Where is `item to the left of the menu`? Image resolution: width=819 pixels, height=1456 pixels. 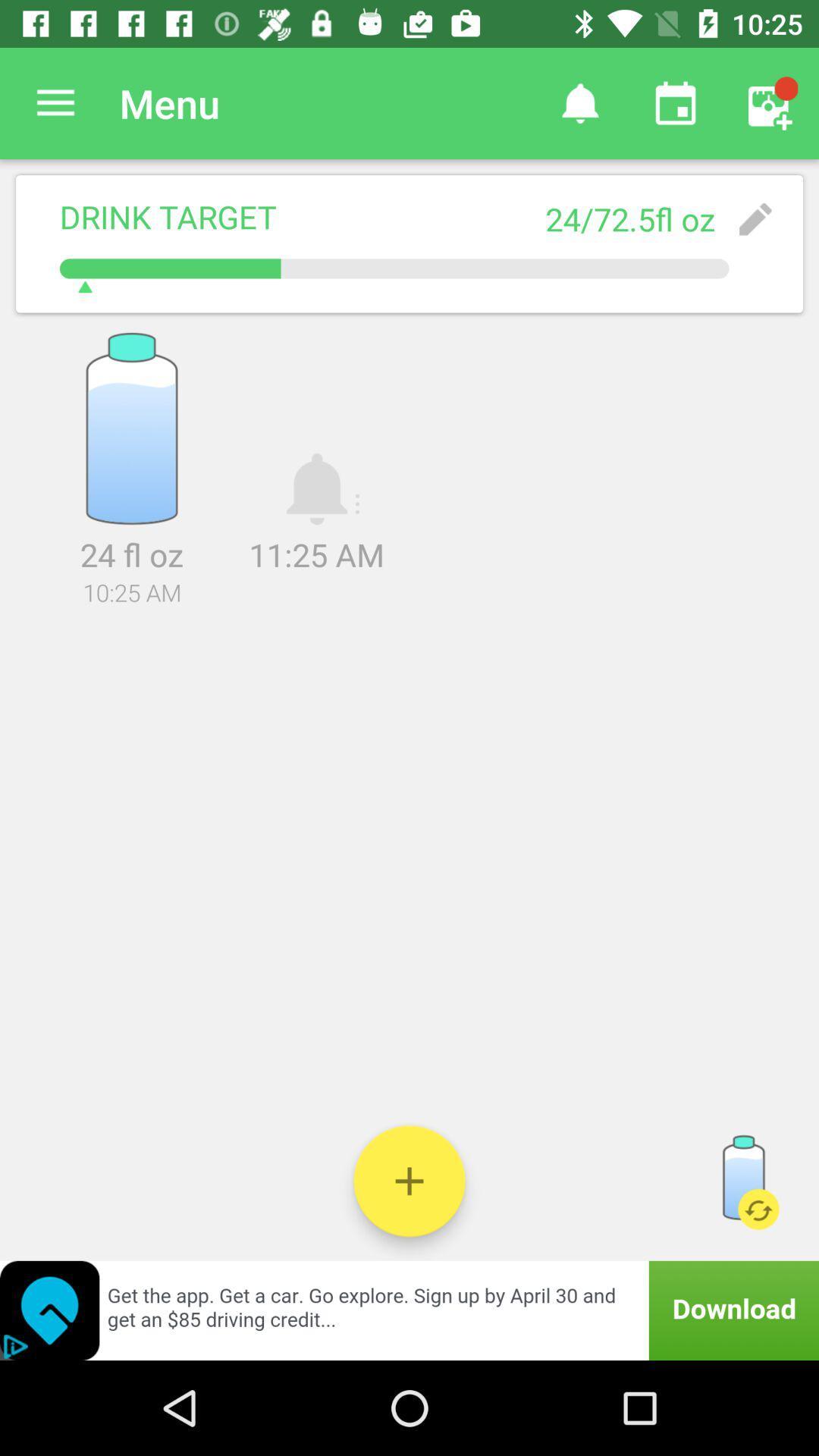
item to the left of the menu is located at coordinates (55, 102).